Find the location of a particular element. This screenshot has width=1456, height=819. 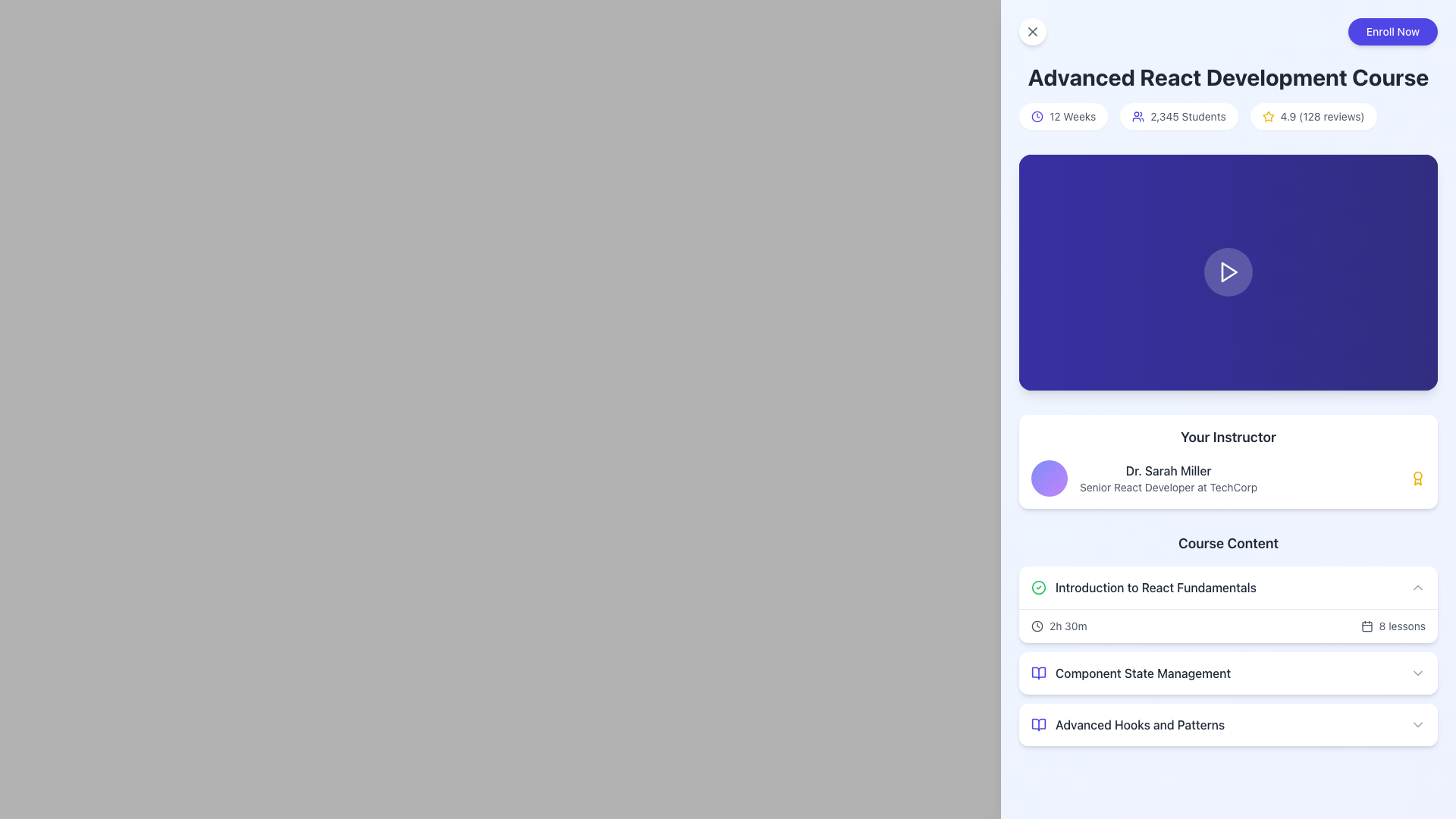

the outer circular ring of the clock icon, which is part of the SVG structure located at the top of the UI near the title 'Advanced React Development Course.' is located at coordinates (1037, 116).